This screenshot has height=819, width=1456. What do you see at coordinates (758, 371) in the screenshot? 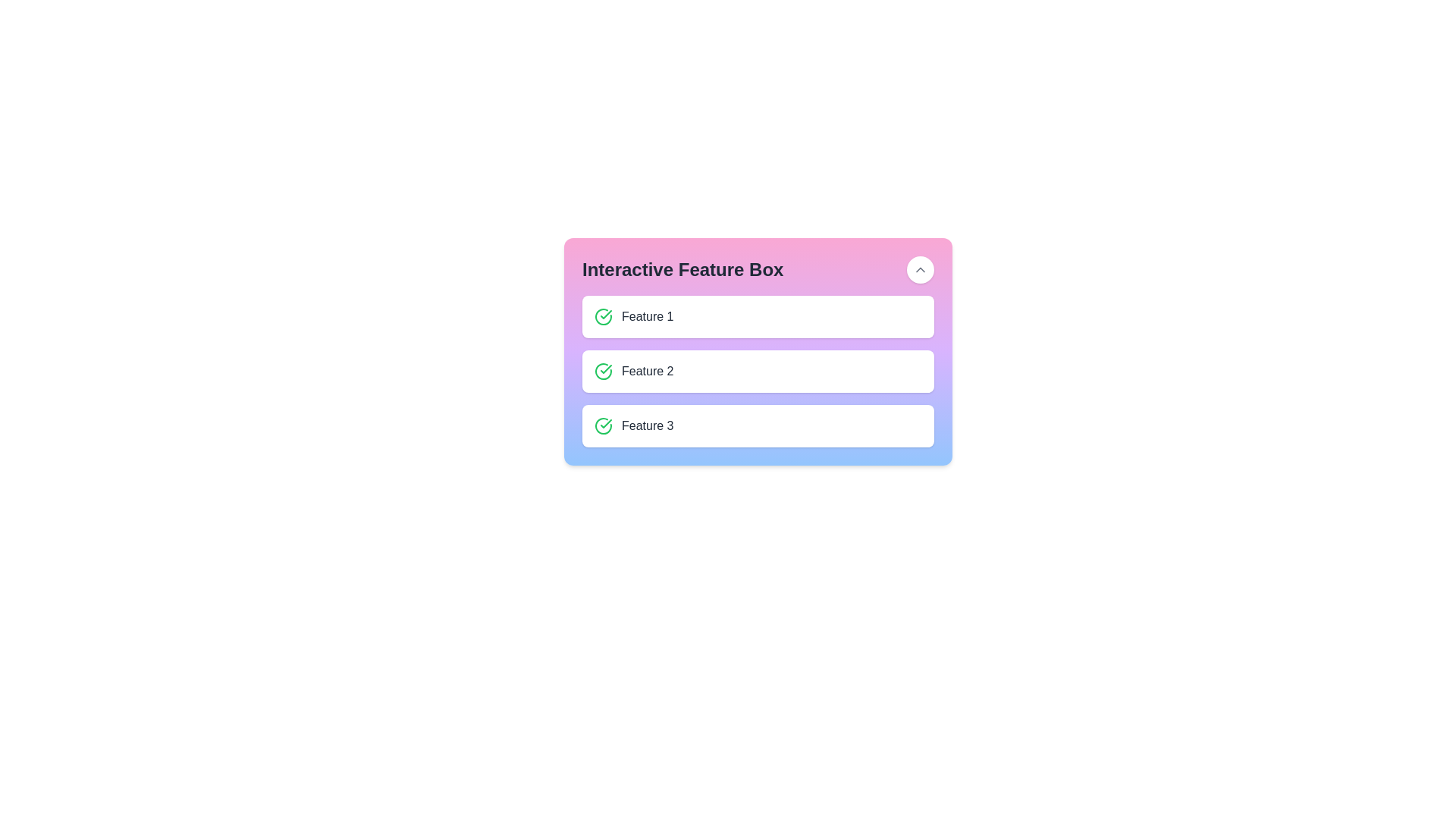
I see `the 'Feature 2' list item card, which is the second item in the vertically stacked list of features inside the 'Interactive Feature Box' panel` at bounding box center [758, 371].